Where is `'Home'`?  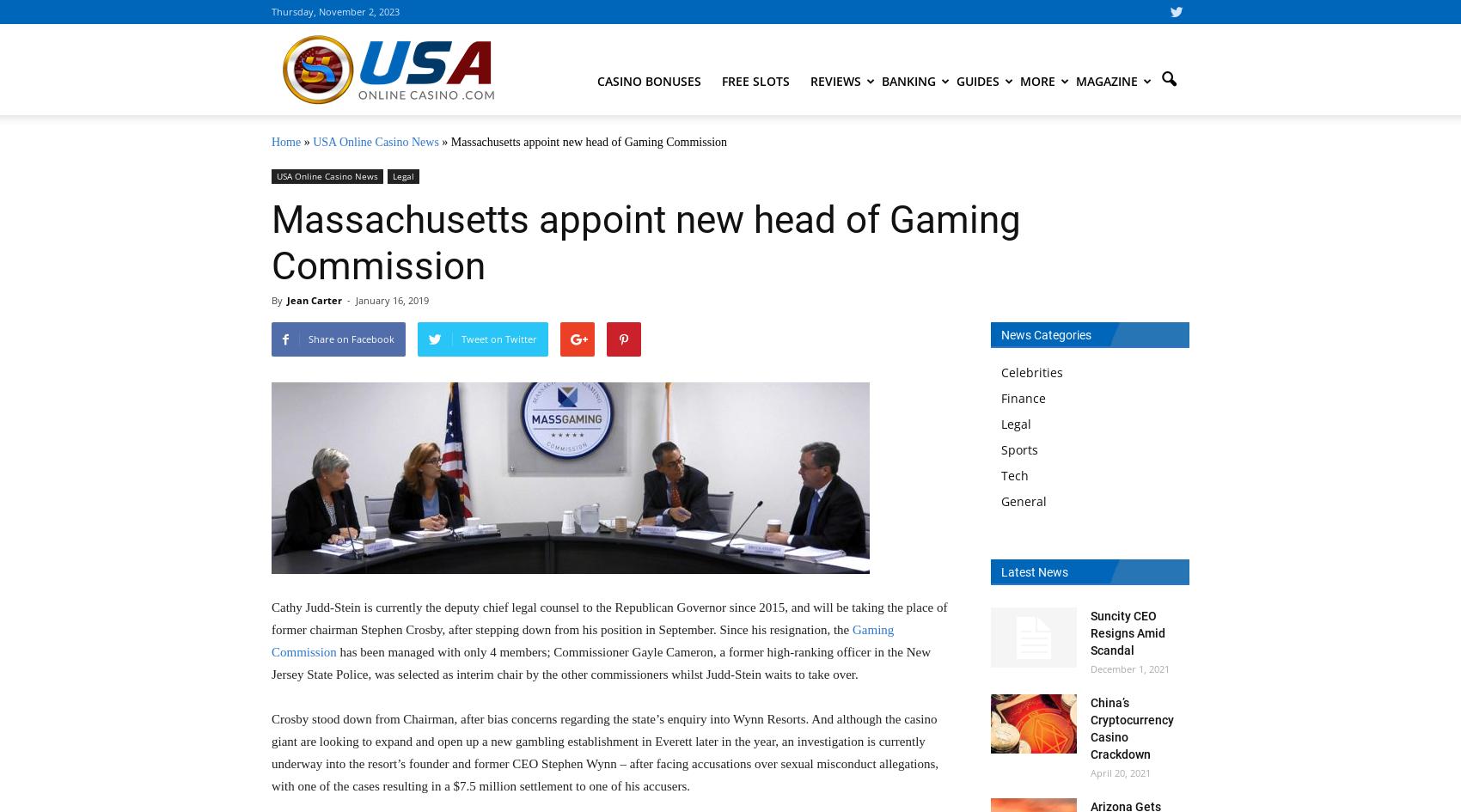
'Home' is located at coordinates (285, 142).